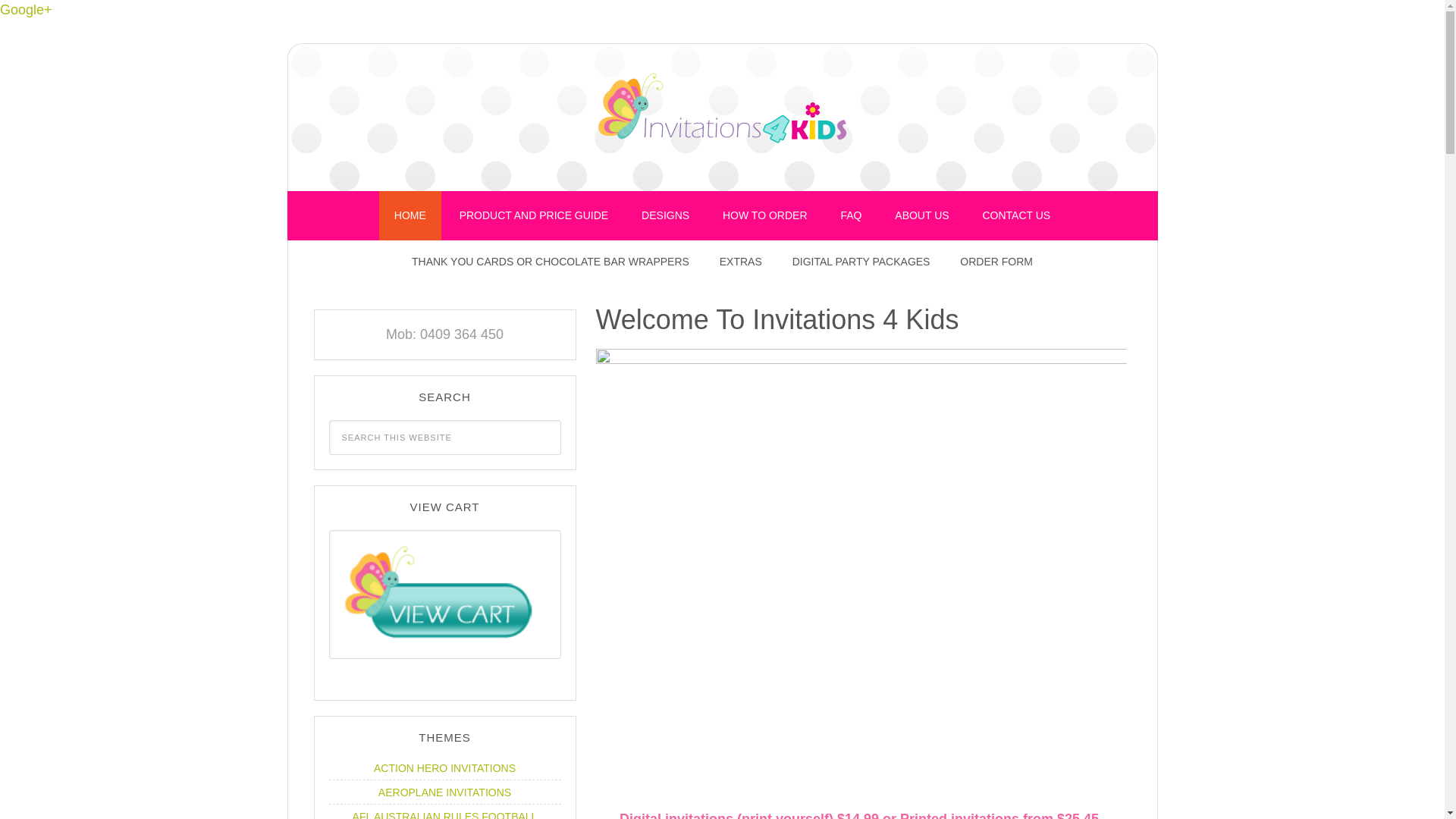 The width and height of the screenshot is (1456, 819). I want to click on 'AEROPLANE INVITATIONS', so click(444, 792).